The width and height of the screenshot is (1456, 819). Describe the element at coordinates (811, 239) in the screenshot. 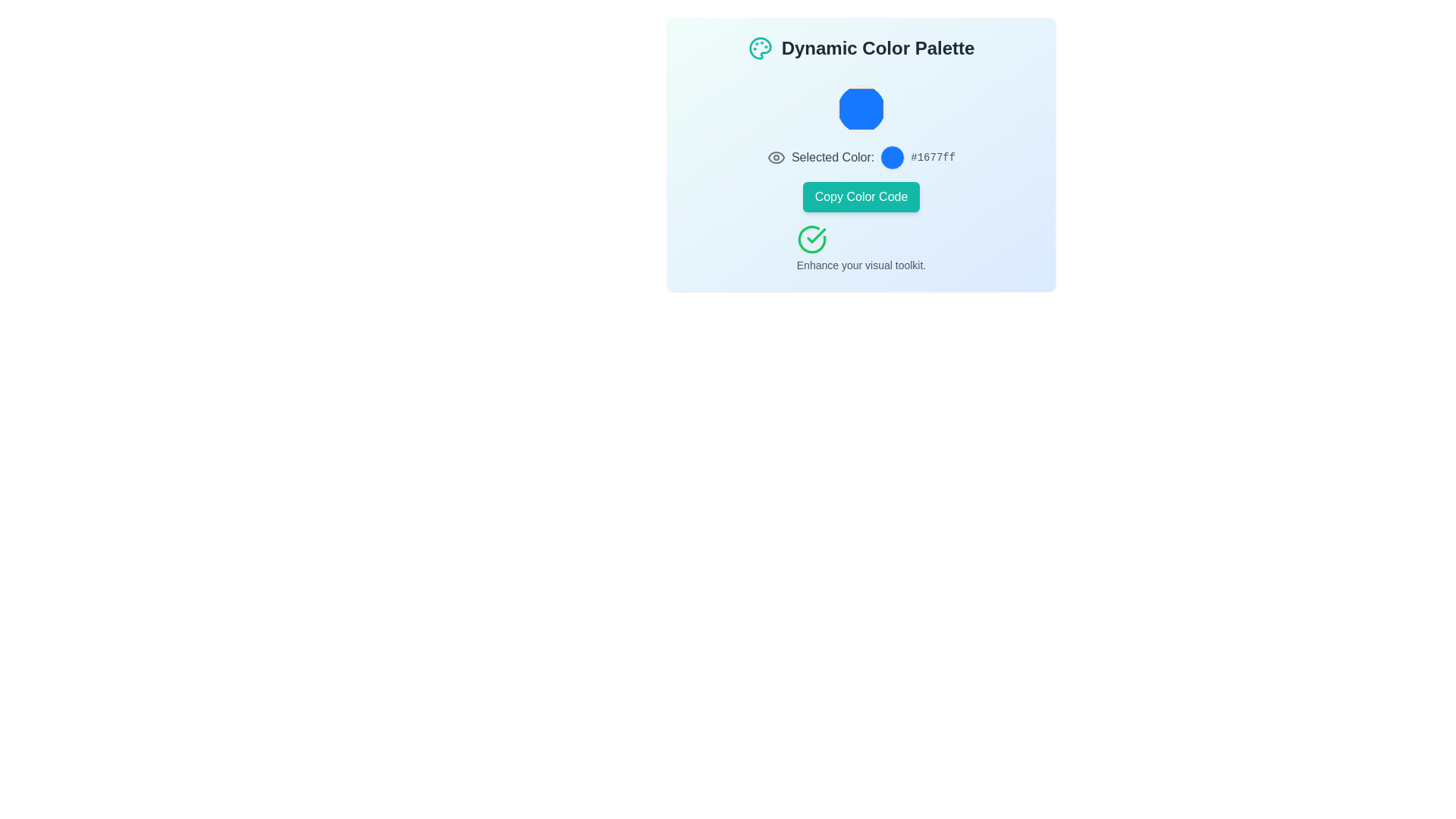

I see `the green circular check icon located at the bottom left of the 'Dynamic Color Palette' card, under the 'Copy Color Code' button and next to the text 'Enhance your visual toolkit.'` at that location.